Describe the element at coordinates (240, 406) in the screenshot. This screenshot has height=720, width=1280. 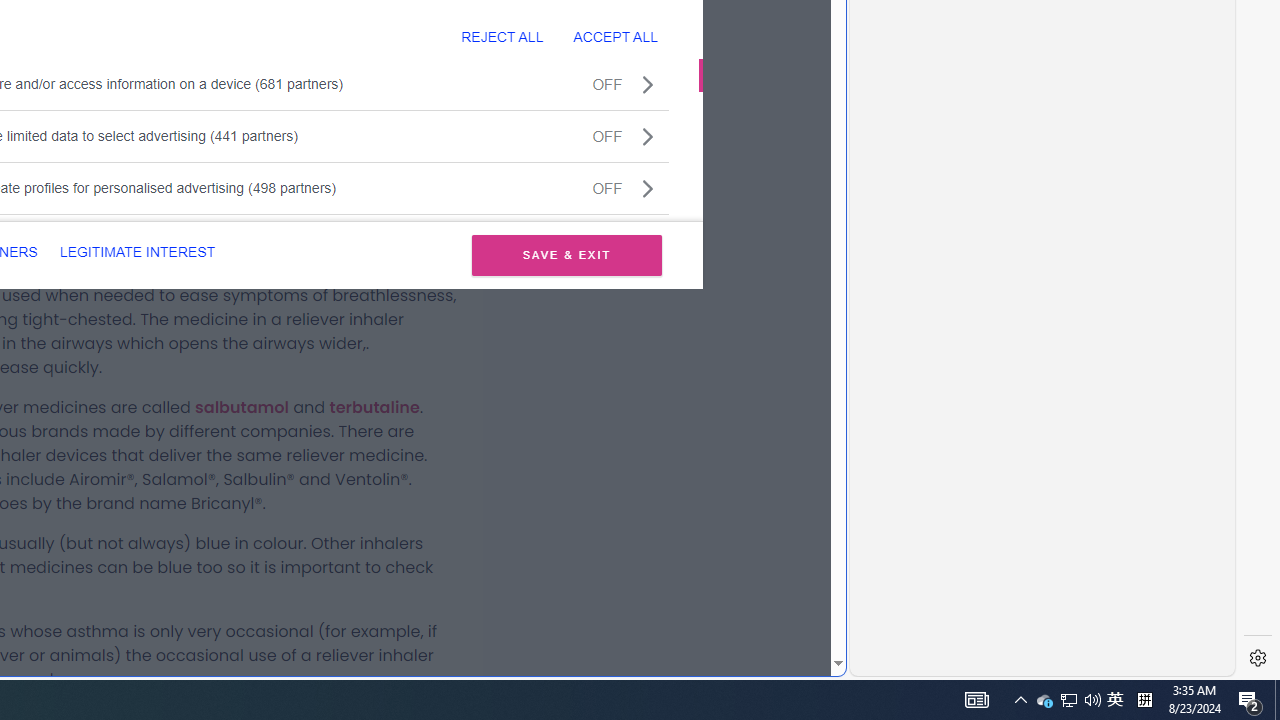
I see `'salbutamol'` at that location.